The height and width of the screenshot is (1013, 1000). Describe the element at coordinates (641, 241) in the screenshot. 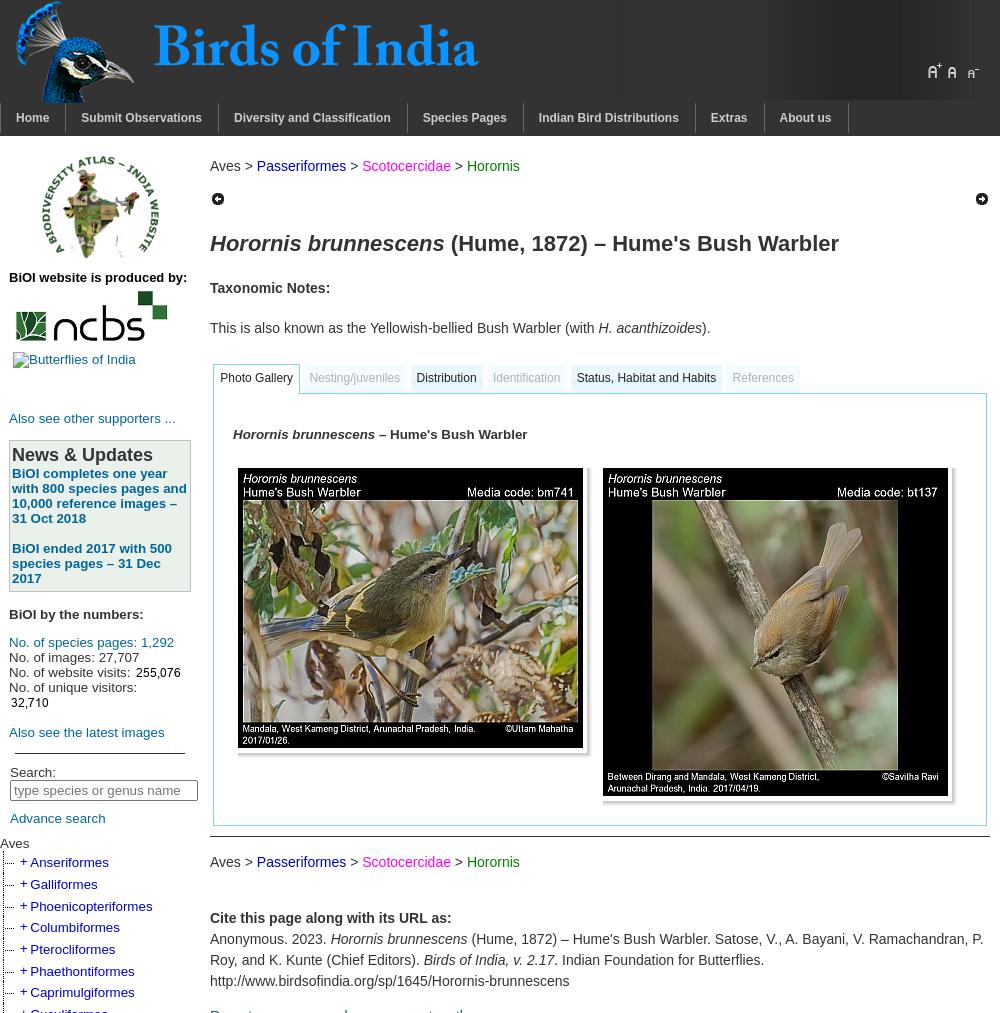

I see `'(Hume, 1872)    – Hume's Bush Warbler'` at that location.